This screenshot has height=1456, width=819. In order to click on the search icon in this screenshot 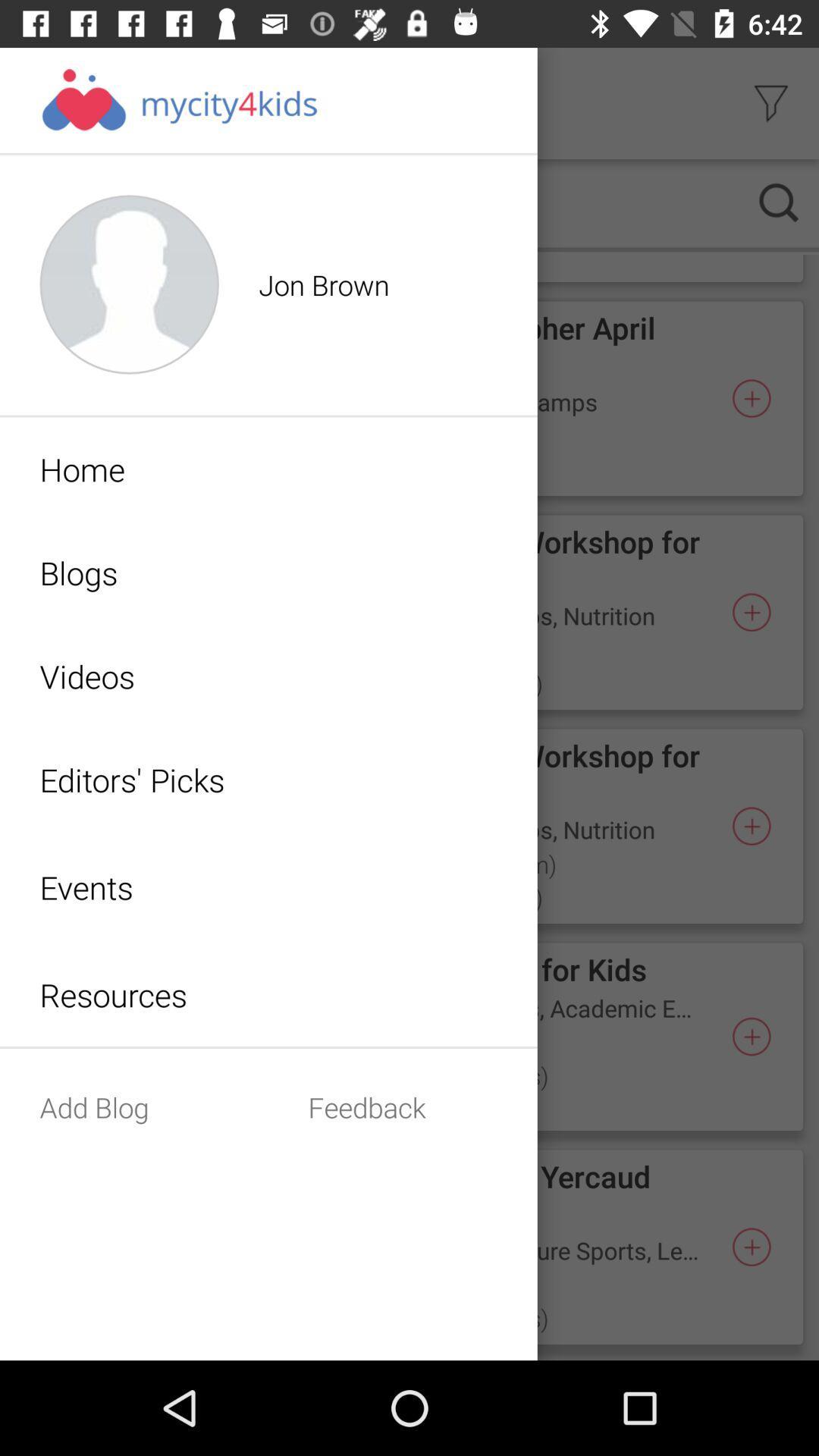, I will do `click(779, 202)`.